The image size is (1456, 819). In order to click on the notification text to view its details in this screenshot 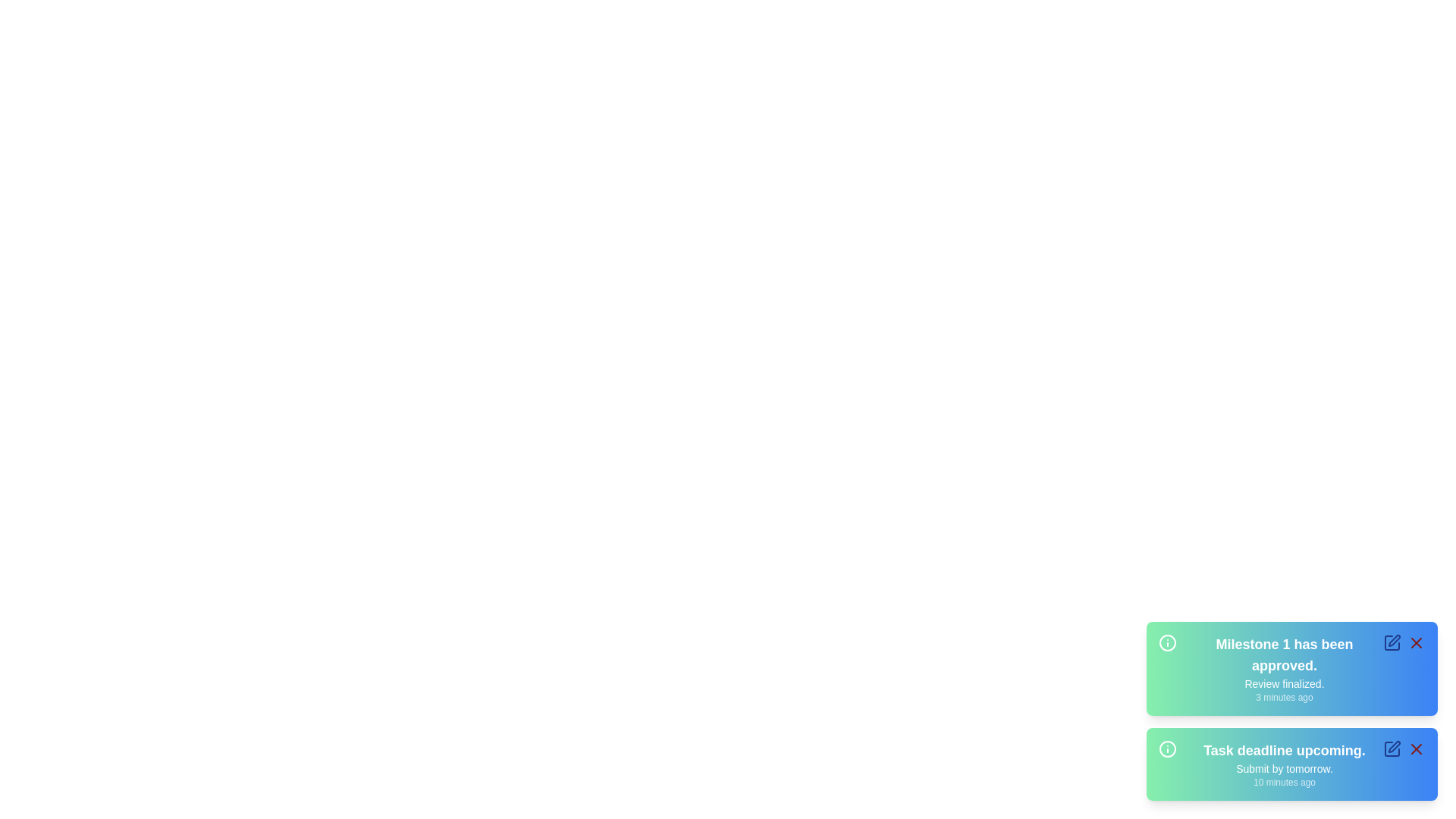, I will do `click(1284, 668)`.